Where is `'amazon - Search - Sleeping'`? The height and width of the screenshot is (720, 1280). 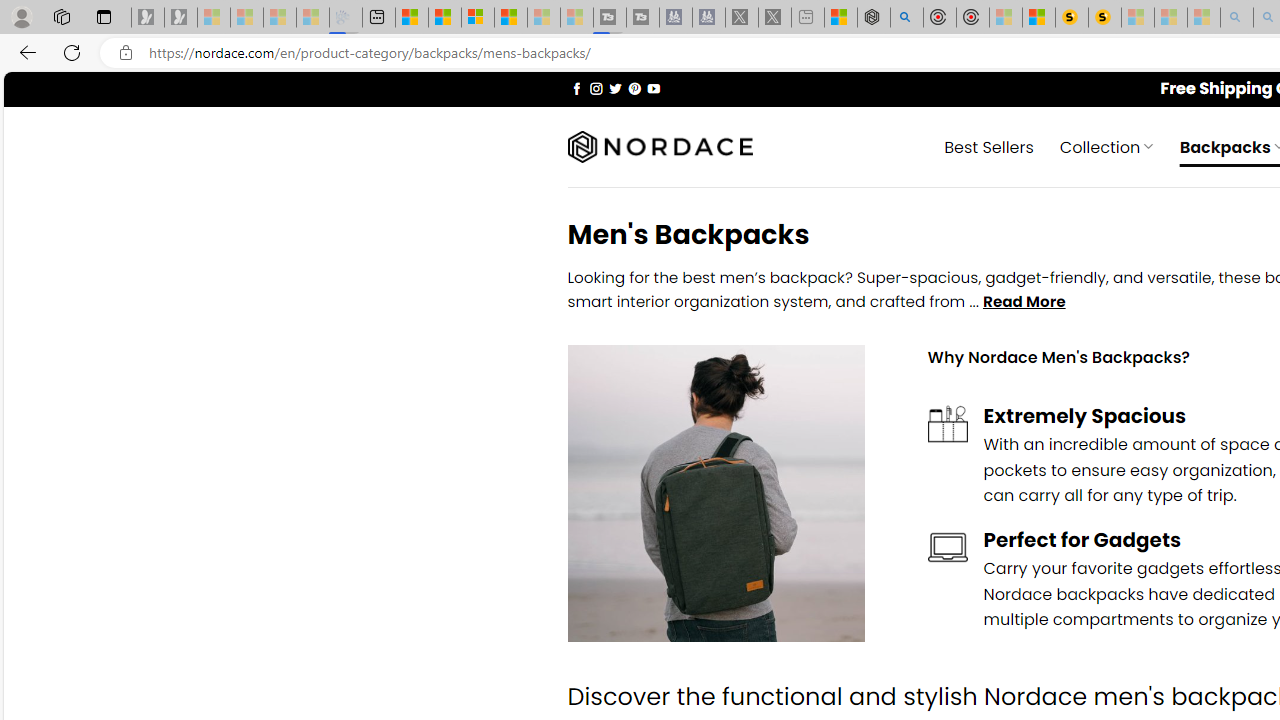 'amazon - Search - Sleeping' is located at coordinates (1236, 17).